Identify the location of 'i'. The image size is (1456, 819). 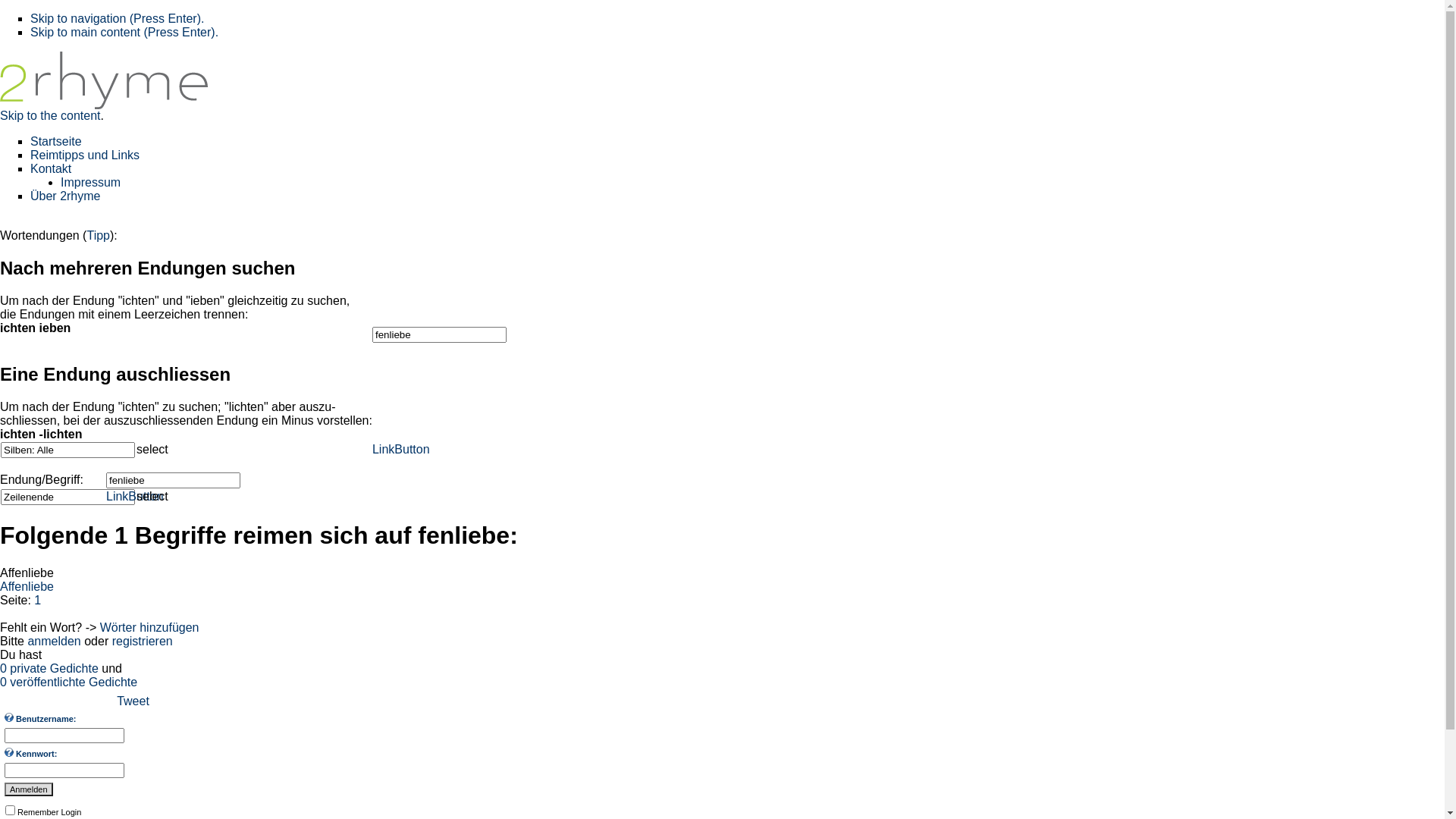
(31, 585).